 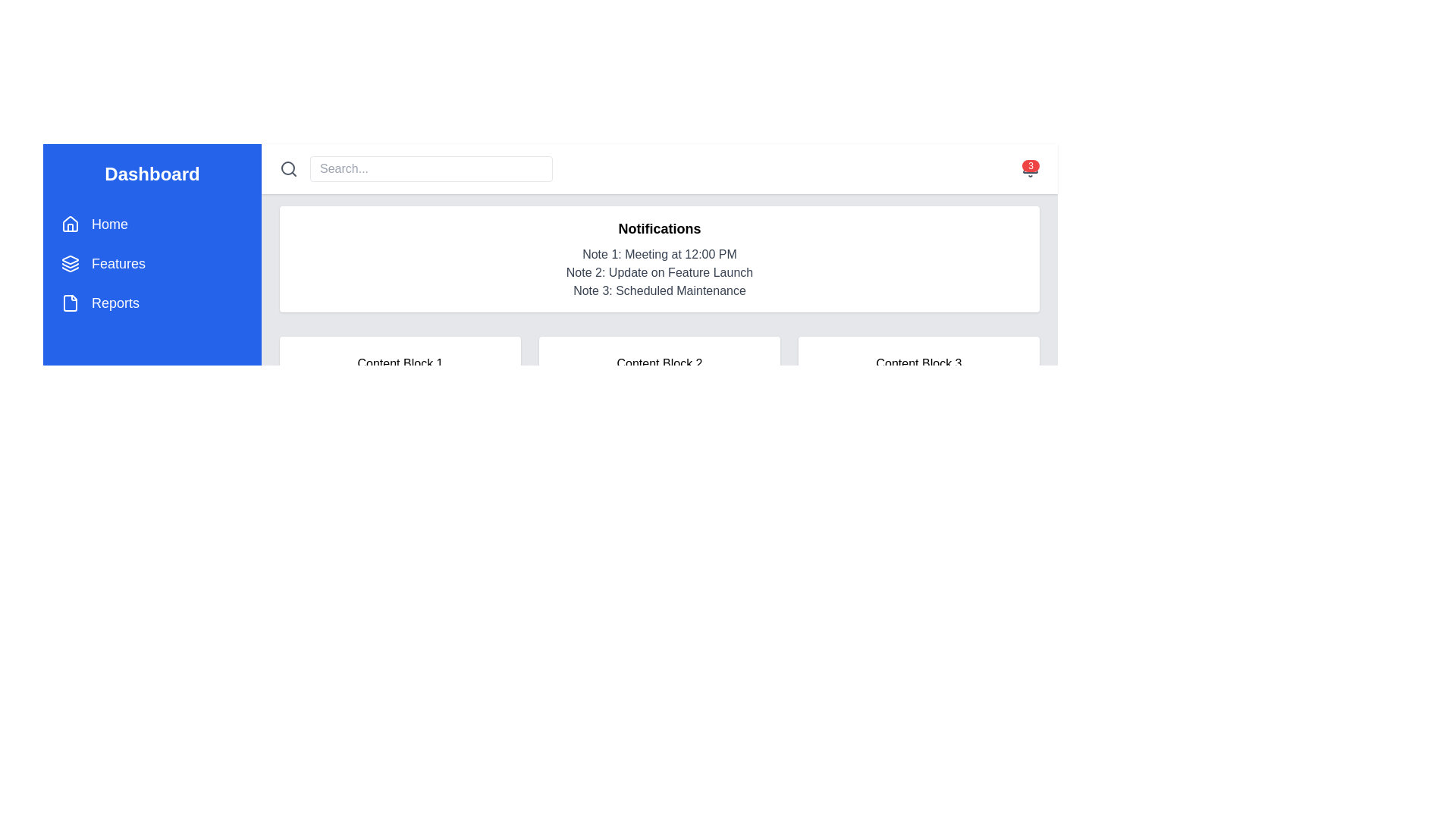 I want to click on the house-shaped icon in the navigation sidebar under the 'Dashboard' label, which is styled with clean lines and a blue background, so click(x=69, y=223).